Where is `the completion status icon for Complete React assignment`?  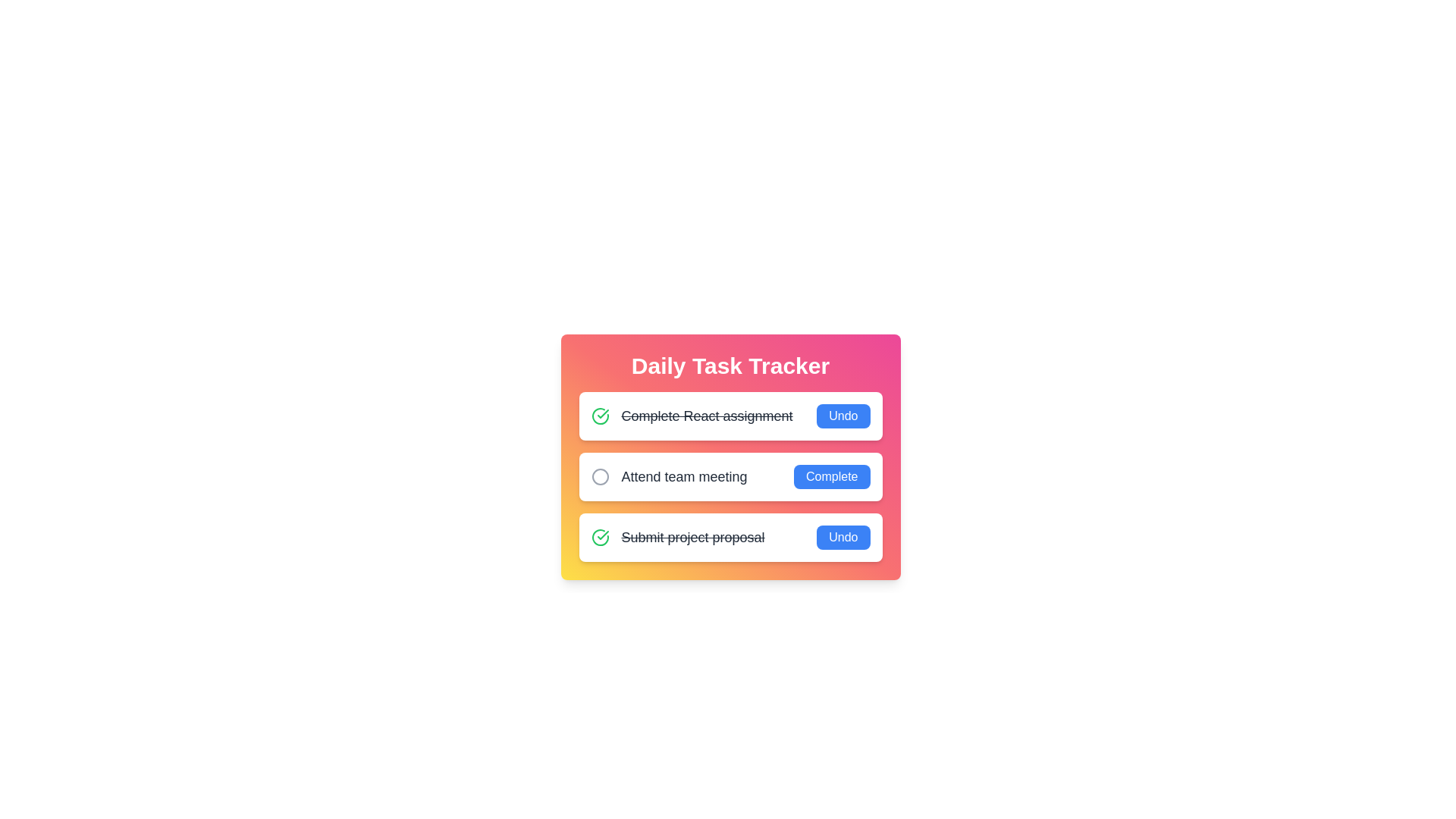 the completion status icon for Complete React assignment is located at coordinates (599, 416).